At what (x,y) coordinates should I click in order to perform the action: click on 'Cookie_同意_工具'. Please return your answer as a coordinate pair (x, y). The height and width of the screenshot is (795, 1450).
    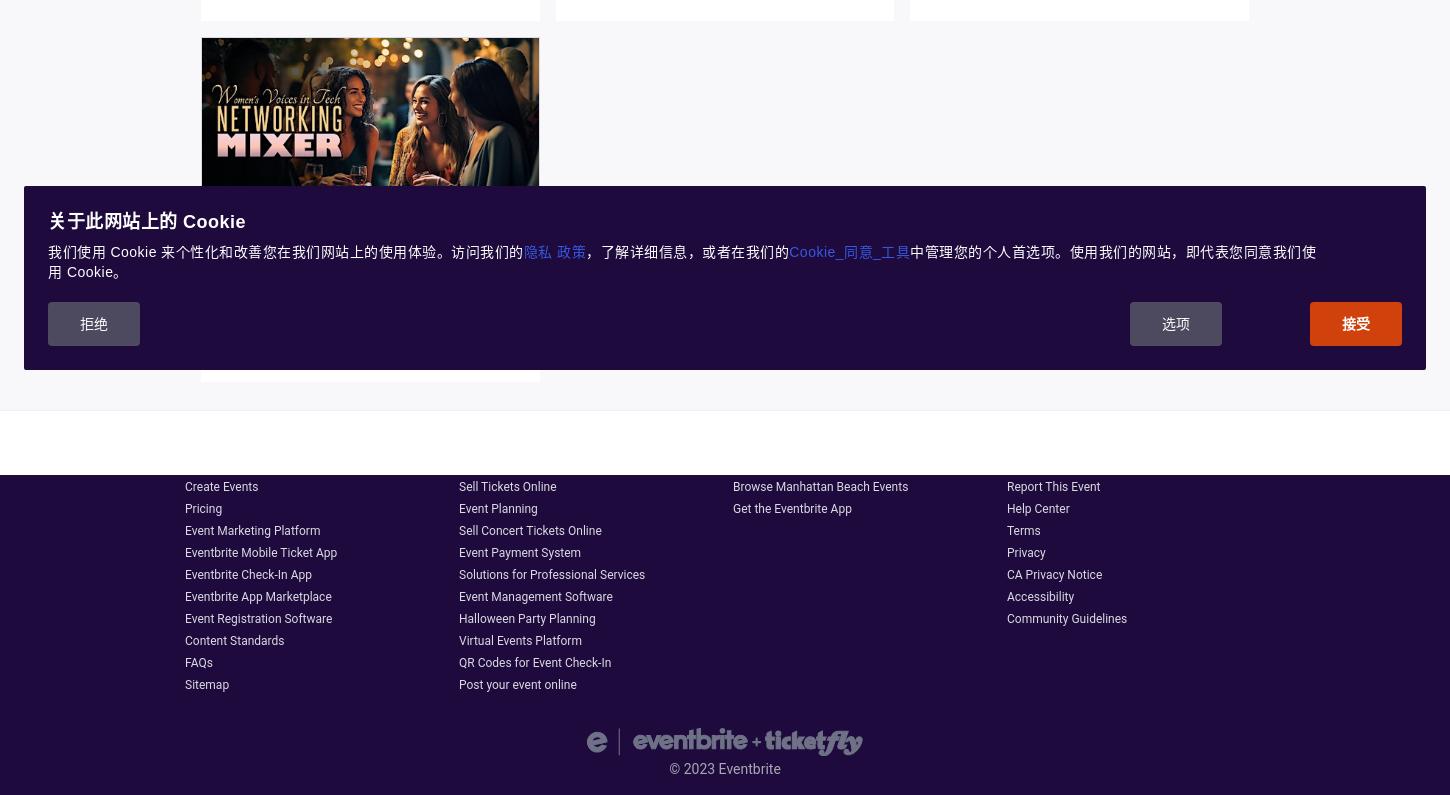
    Looking at the image, I should click on (788, 251).